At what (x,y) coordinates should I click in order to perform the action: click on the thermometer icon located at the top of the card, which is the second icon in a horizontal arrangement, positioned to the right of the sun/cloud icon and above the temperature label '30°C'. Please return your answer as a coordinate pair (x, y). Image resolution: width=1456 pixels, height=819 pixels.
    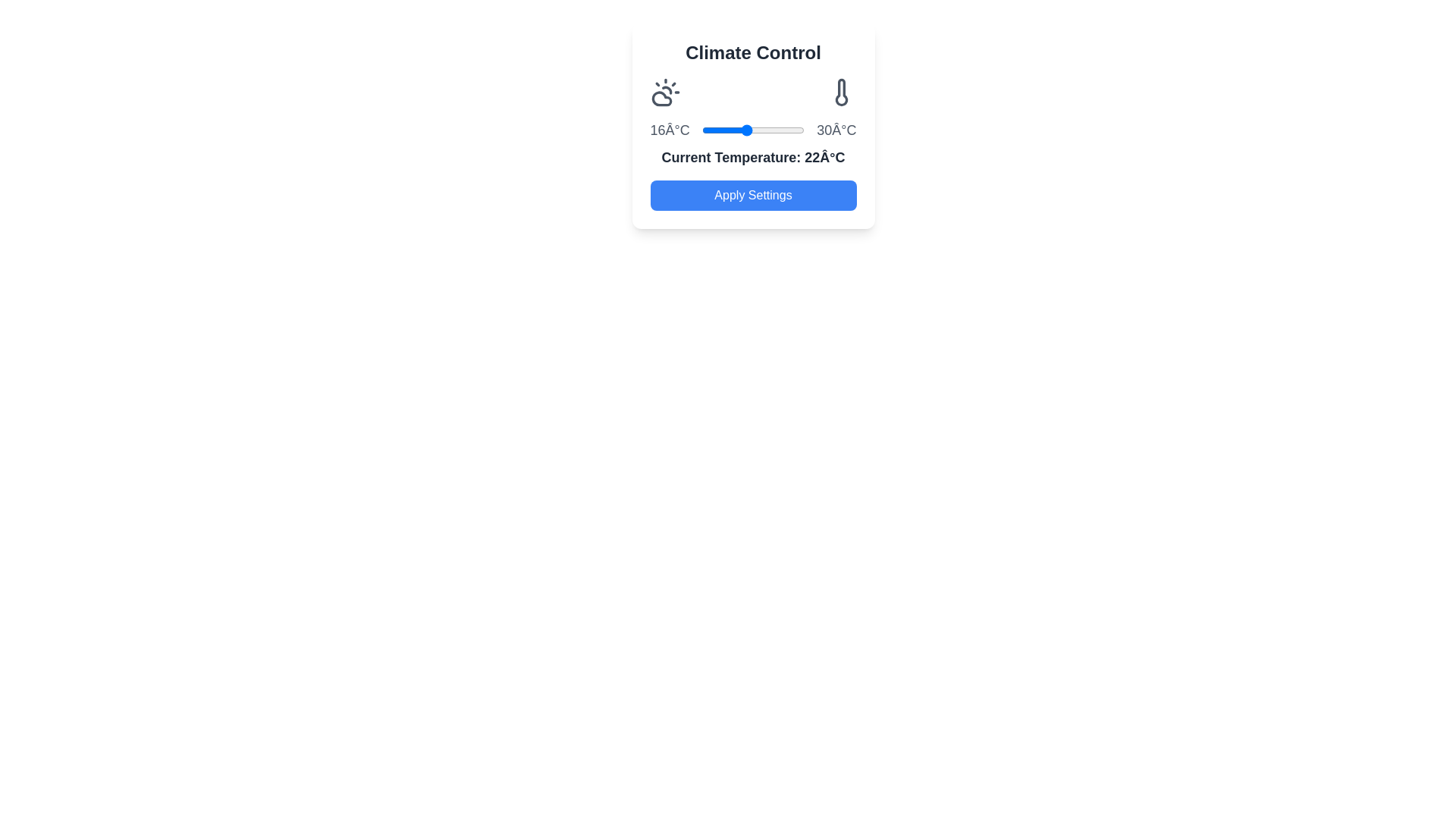
    Looking at the image, I should click on (840, 93).